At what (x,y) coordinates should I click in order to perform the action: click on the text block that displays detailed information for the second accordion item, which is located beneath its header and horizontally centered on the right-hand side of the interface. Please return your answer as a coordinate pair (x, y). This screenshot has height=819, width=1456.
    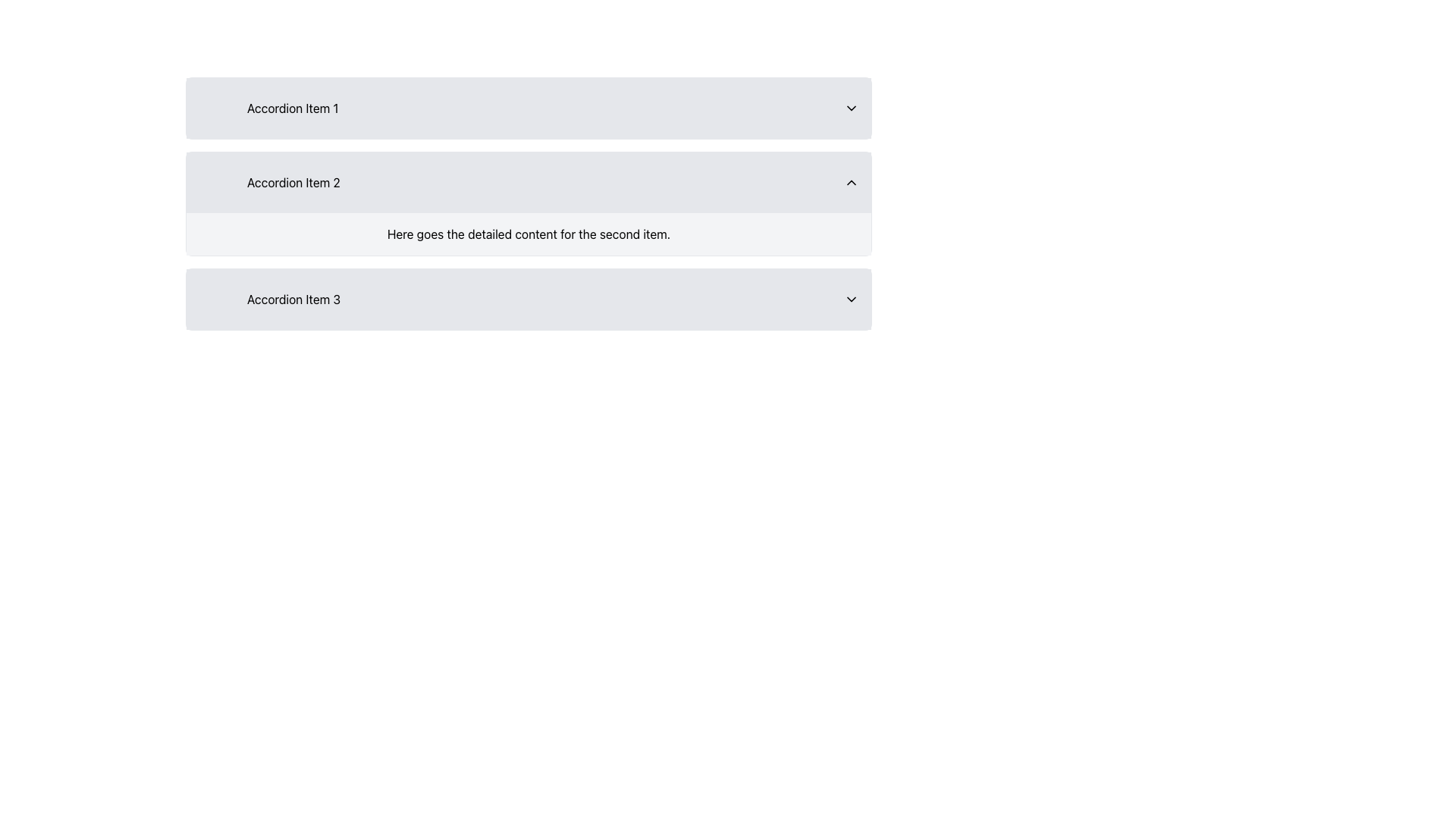
    Looking at the image, I should click on (529, 234).